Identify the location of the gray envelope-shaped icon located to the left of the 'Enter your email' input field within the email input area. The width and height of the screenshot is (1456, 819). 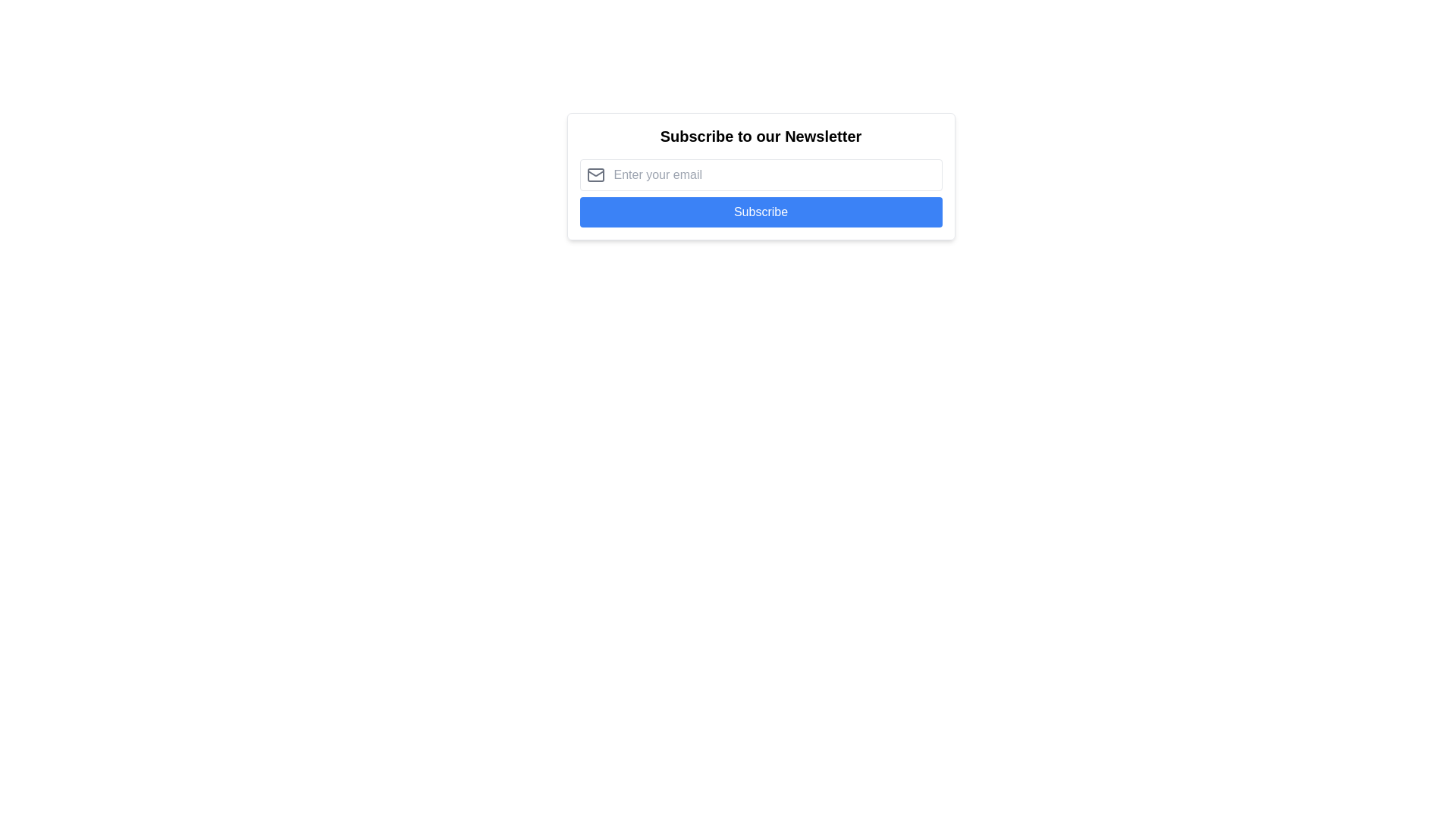
(595, 174).